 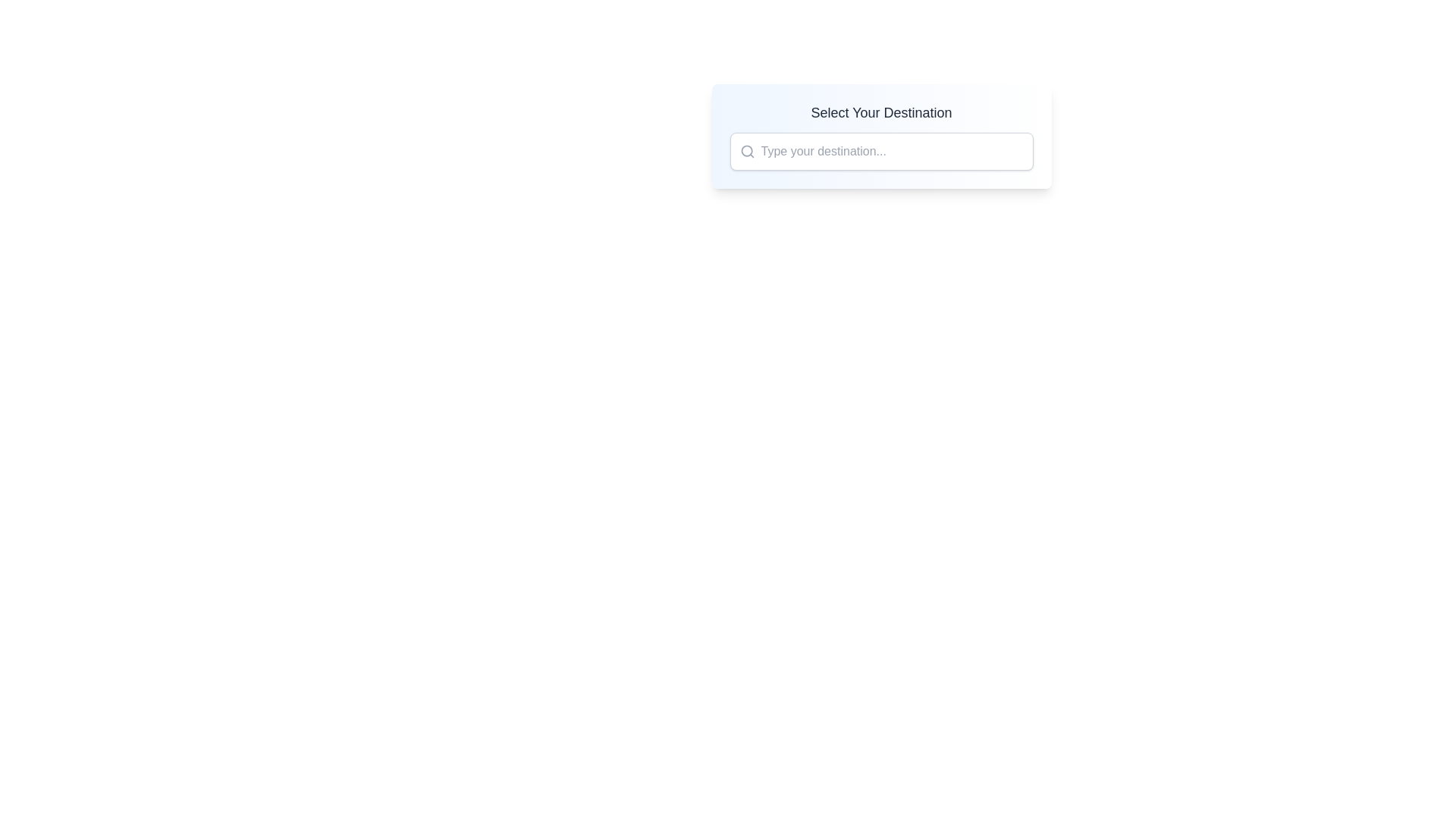 What do you see at coordinates (881, 152) in the screenshot?
I see `the search bar input field with the placeholder 'Type your destination...' to focus on it` at bounding box center [881, 152].